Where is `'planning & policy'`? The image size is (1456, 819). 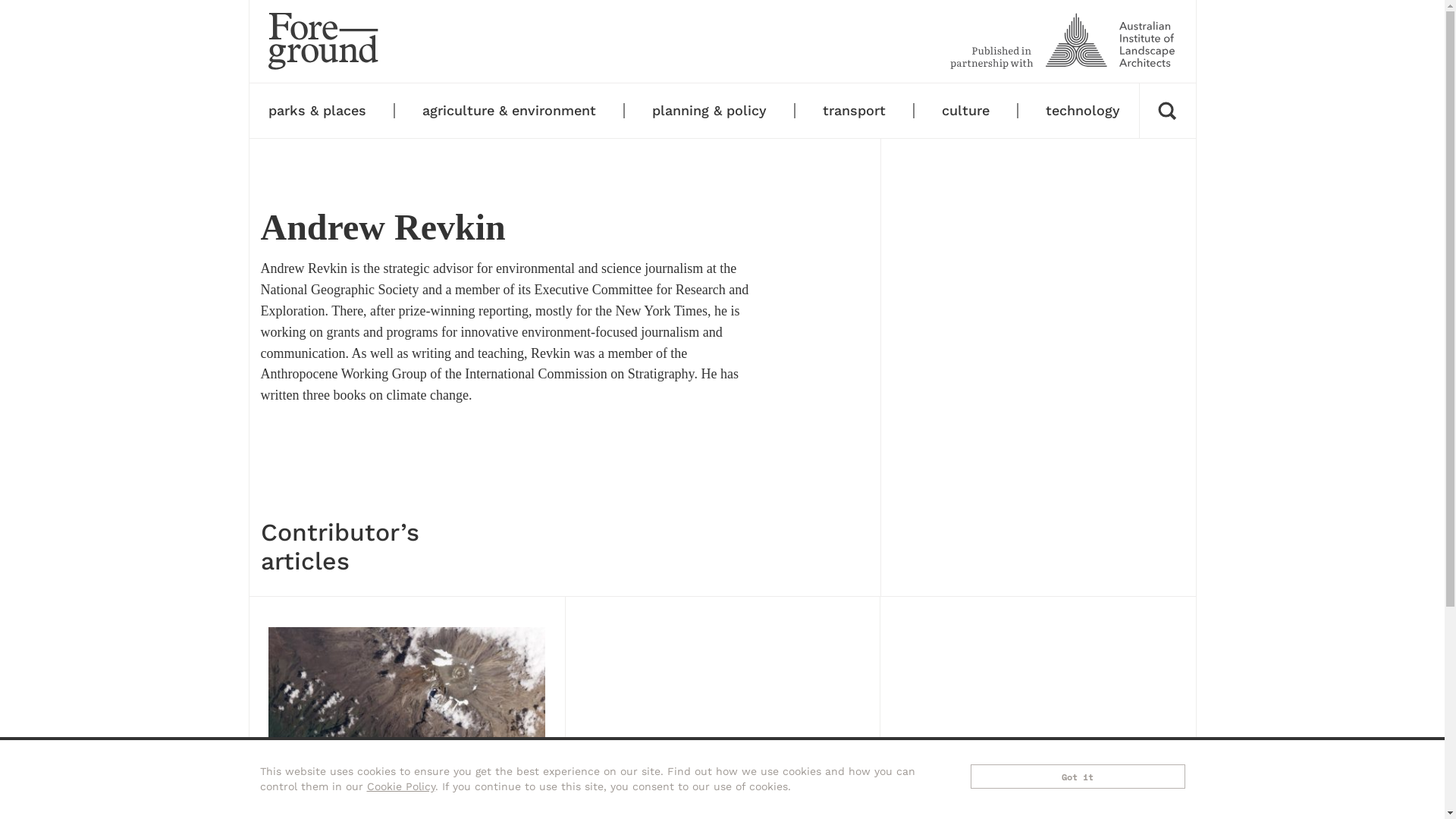 'planning & policy' is located at coordinates (708, 110).